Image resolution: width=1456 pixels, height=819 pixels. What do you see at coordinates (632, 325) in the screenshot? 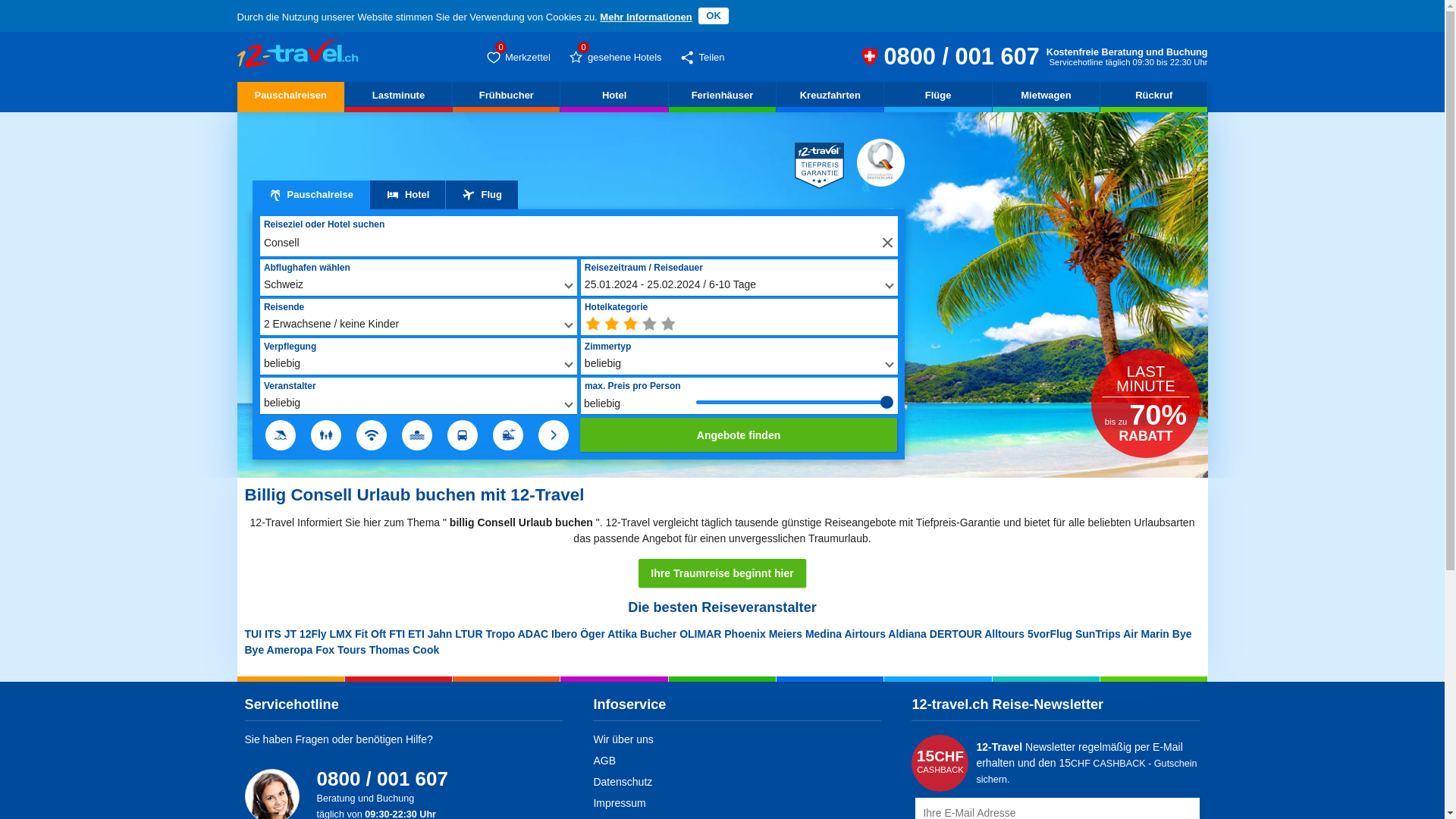
I see `'min. 3 Sterne'` at bounding box center [632, 325].